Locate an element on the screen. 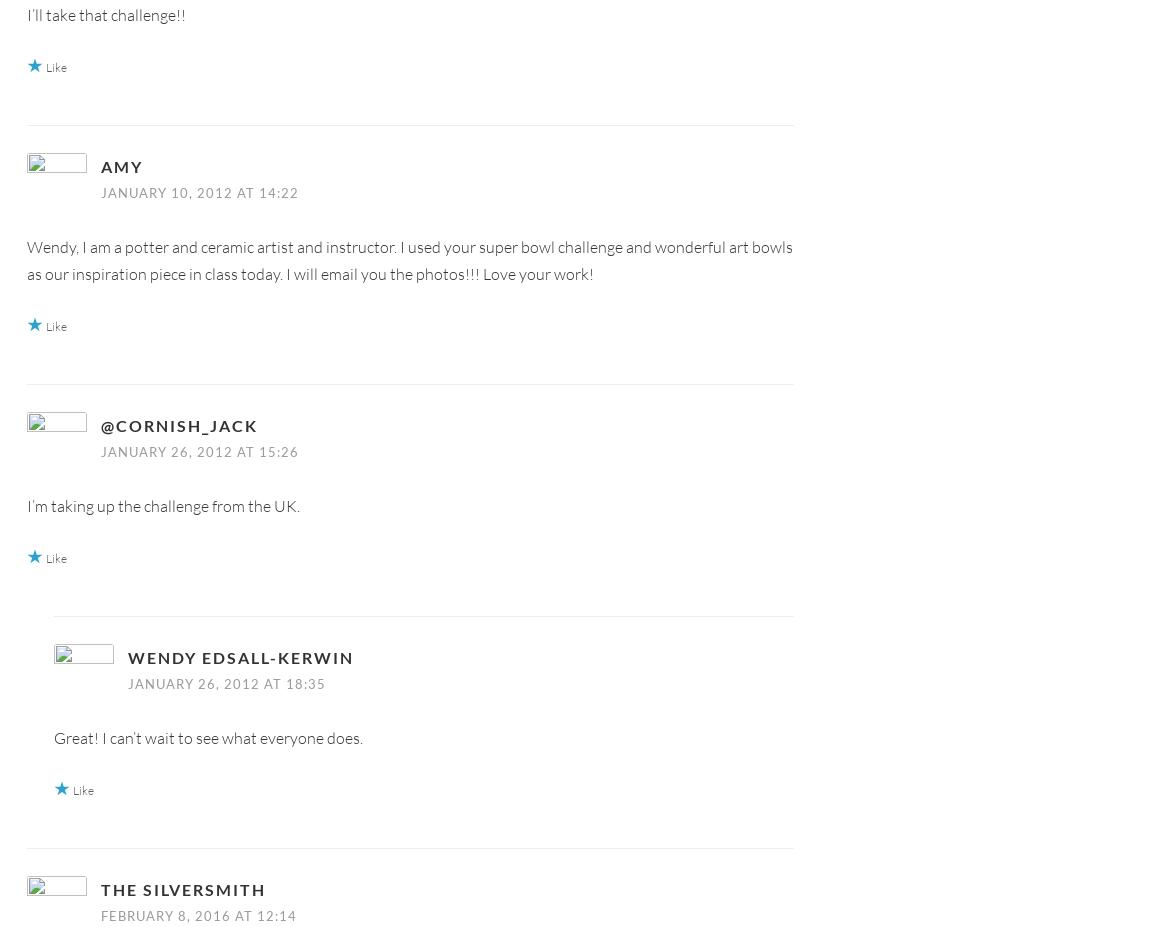  'February 8, 2016 at 12:14' is located at coordinates (197, 915).